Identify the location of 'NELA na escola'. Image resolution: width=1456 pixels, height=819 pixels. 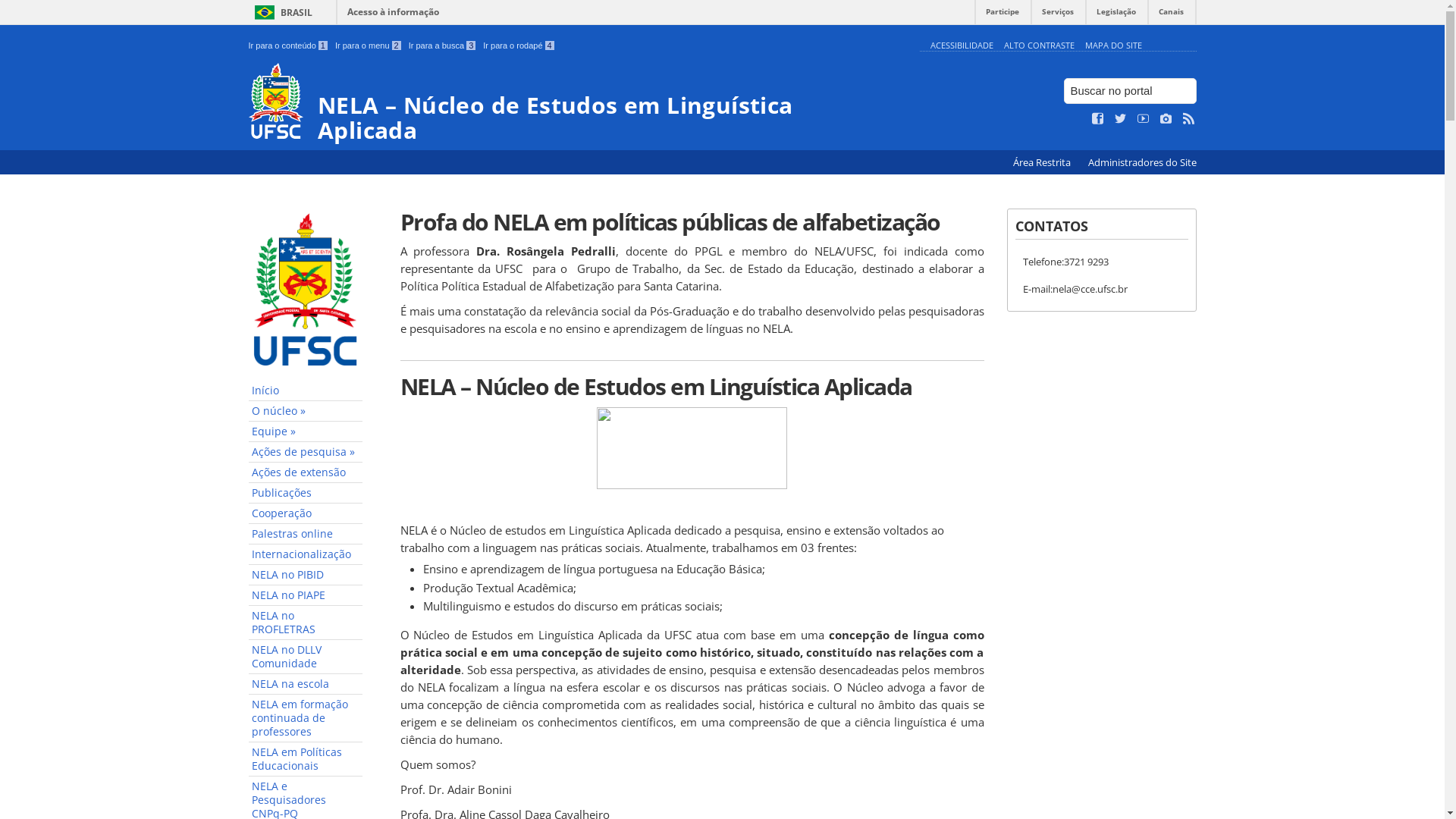
(305, 684).